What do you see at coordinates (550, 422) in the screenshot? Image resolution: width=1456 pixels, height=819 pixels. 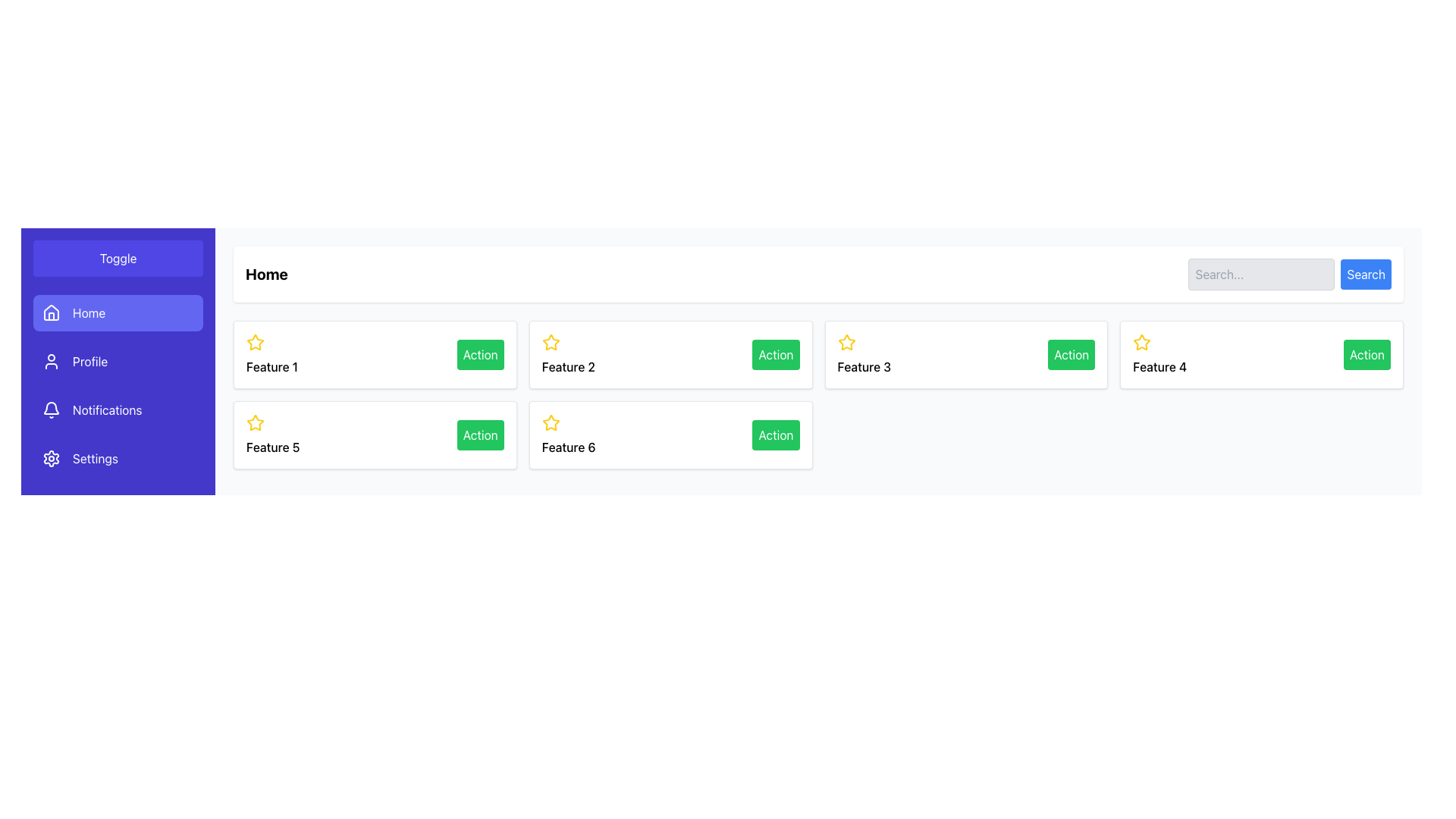 I see `the star-shaped icon, which is bold yellow with a hollow center, located above the text 'Feature 6'` at bounding box center [550, 422].